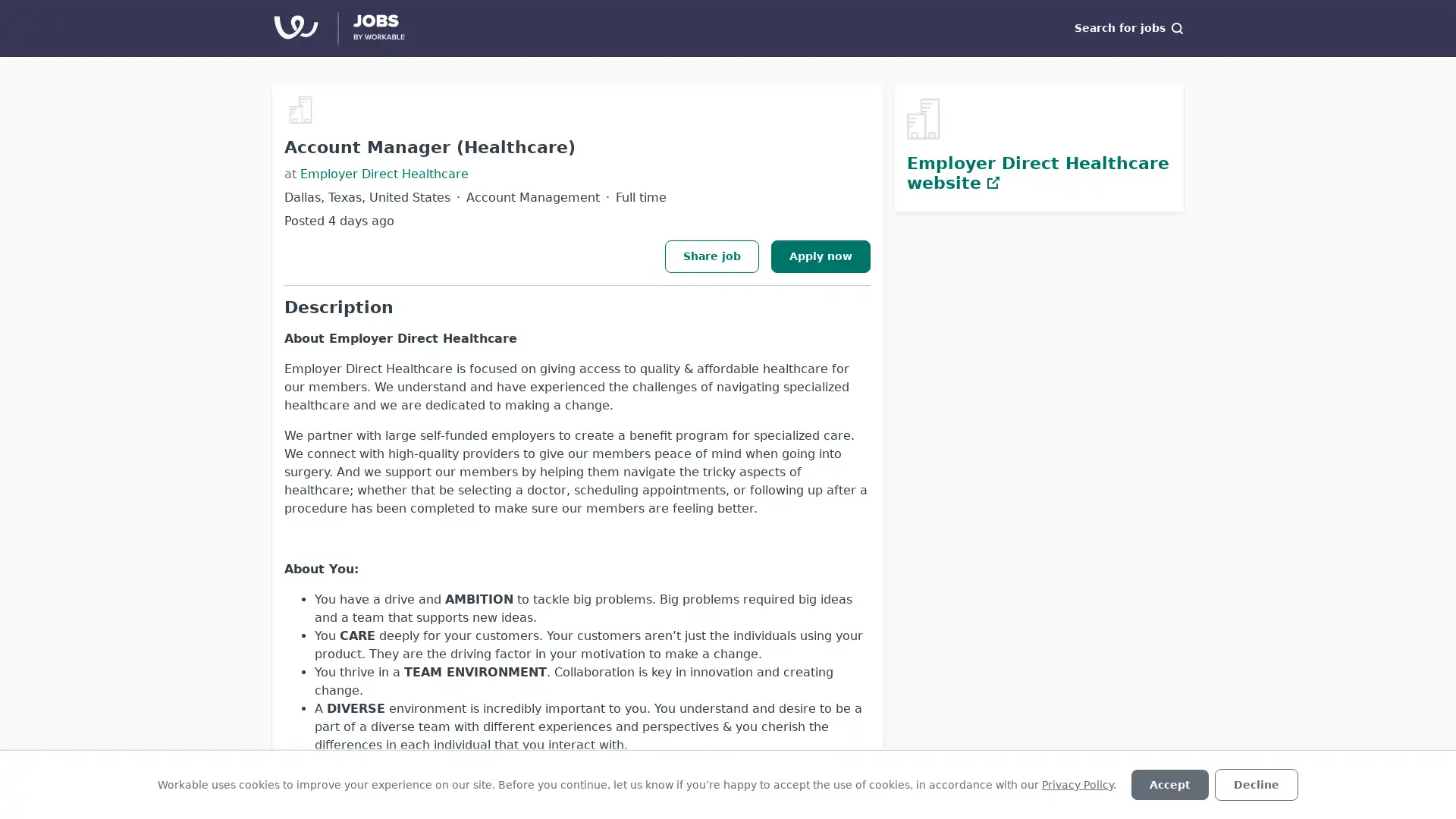 The height and width of the screenshot is (819, 1456). What do you see at coordinates (1169, 784) in the screenshot?
I see `Accept` at bounding box center [1169, 784].